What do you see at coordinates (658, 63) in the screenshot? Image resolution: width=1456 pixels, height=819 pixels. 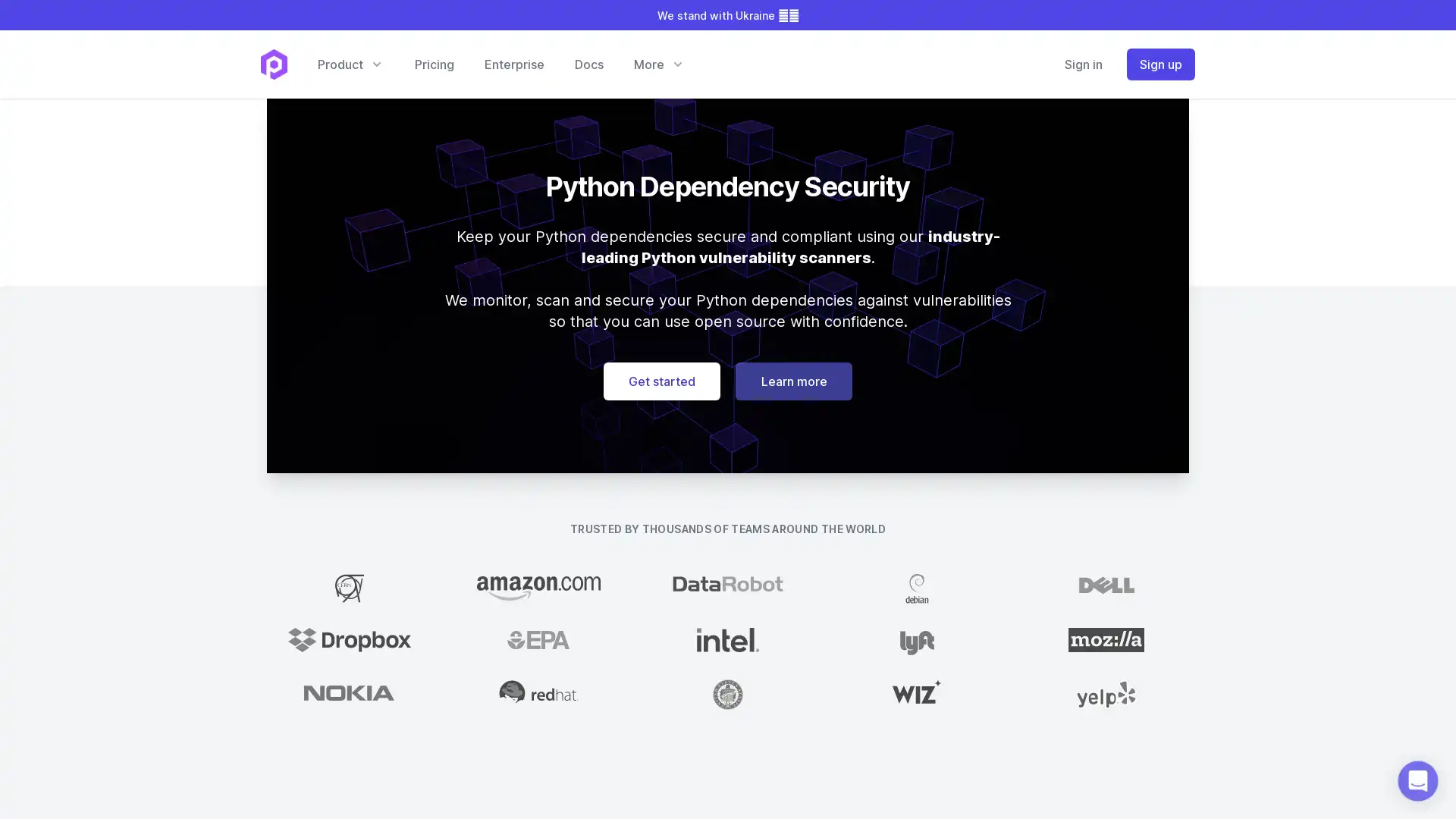 I see `More` at bounding box center [658, 63].